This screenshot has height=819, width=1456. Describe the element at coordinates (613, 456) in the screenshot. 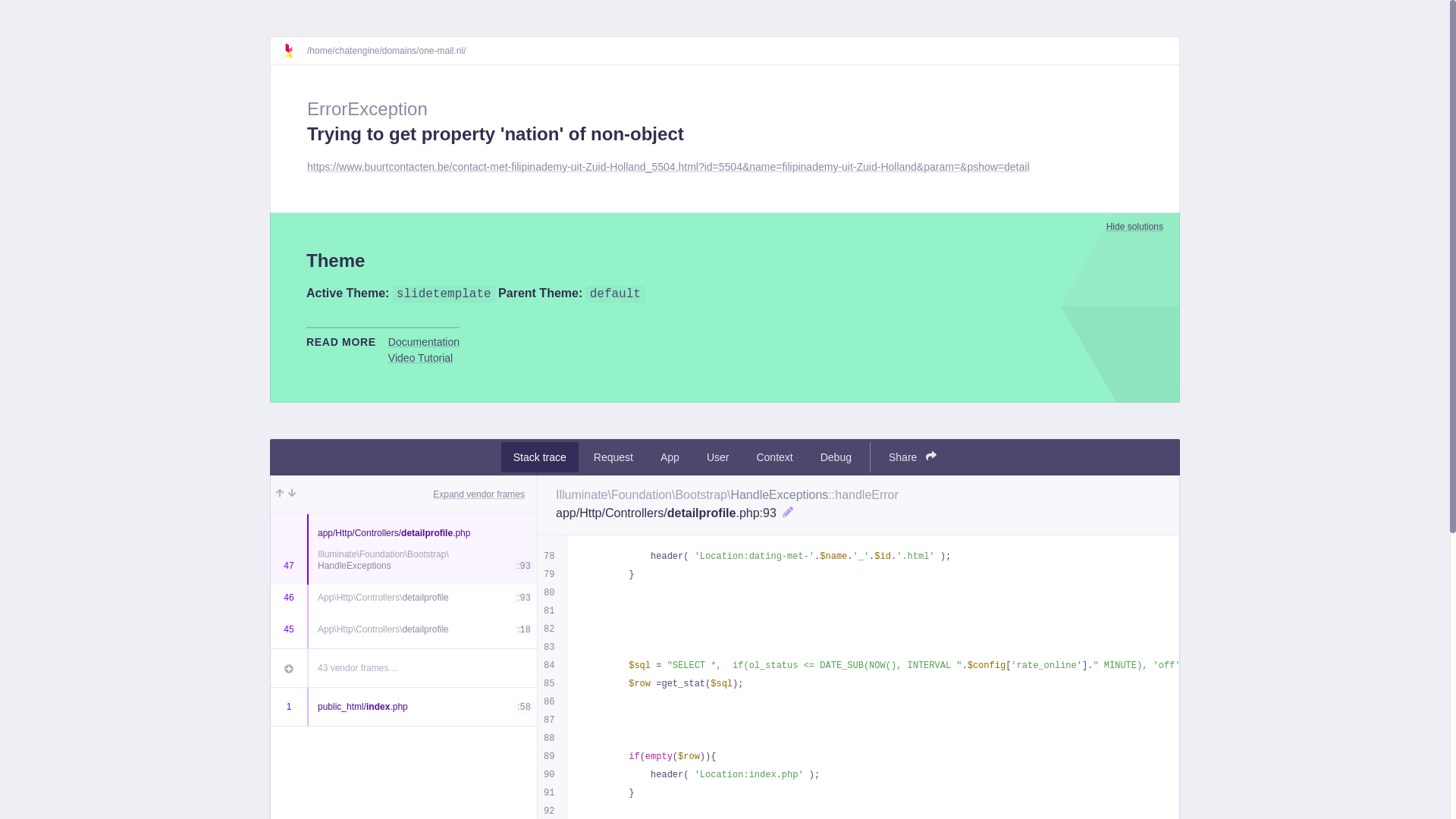

I see `'Request'` at that location.